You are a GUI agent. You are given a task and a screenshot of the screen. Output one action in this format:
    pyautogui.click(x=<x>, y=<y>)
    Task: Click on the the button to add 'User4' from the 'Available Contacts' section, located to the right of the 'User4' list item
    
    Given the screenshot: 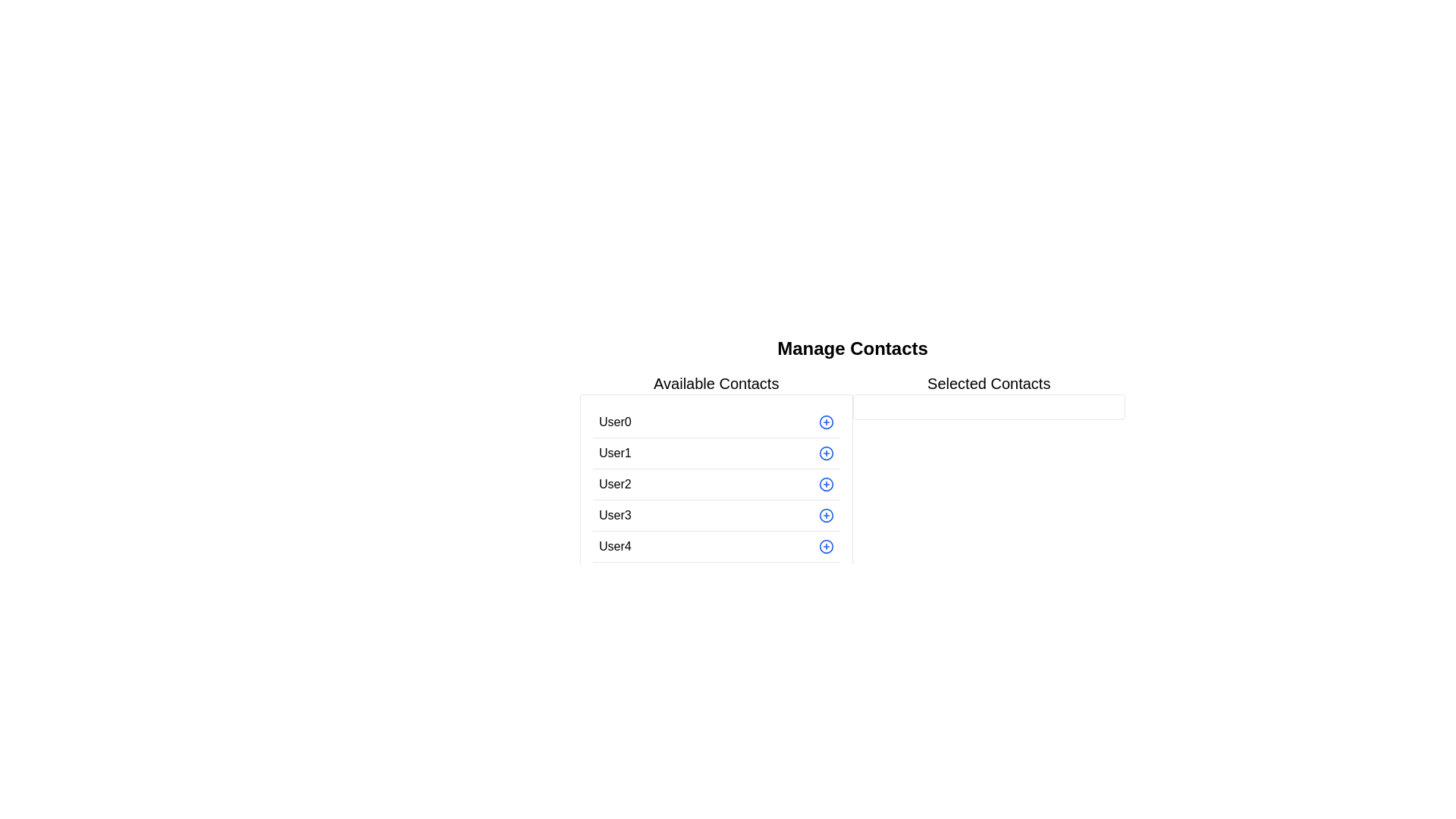 What is the action you would take?
    pyautogui.click(x=825, y=547)
    